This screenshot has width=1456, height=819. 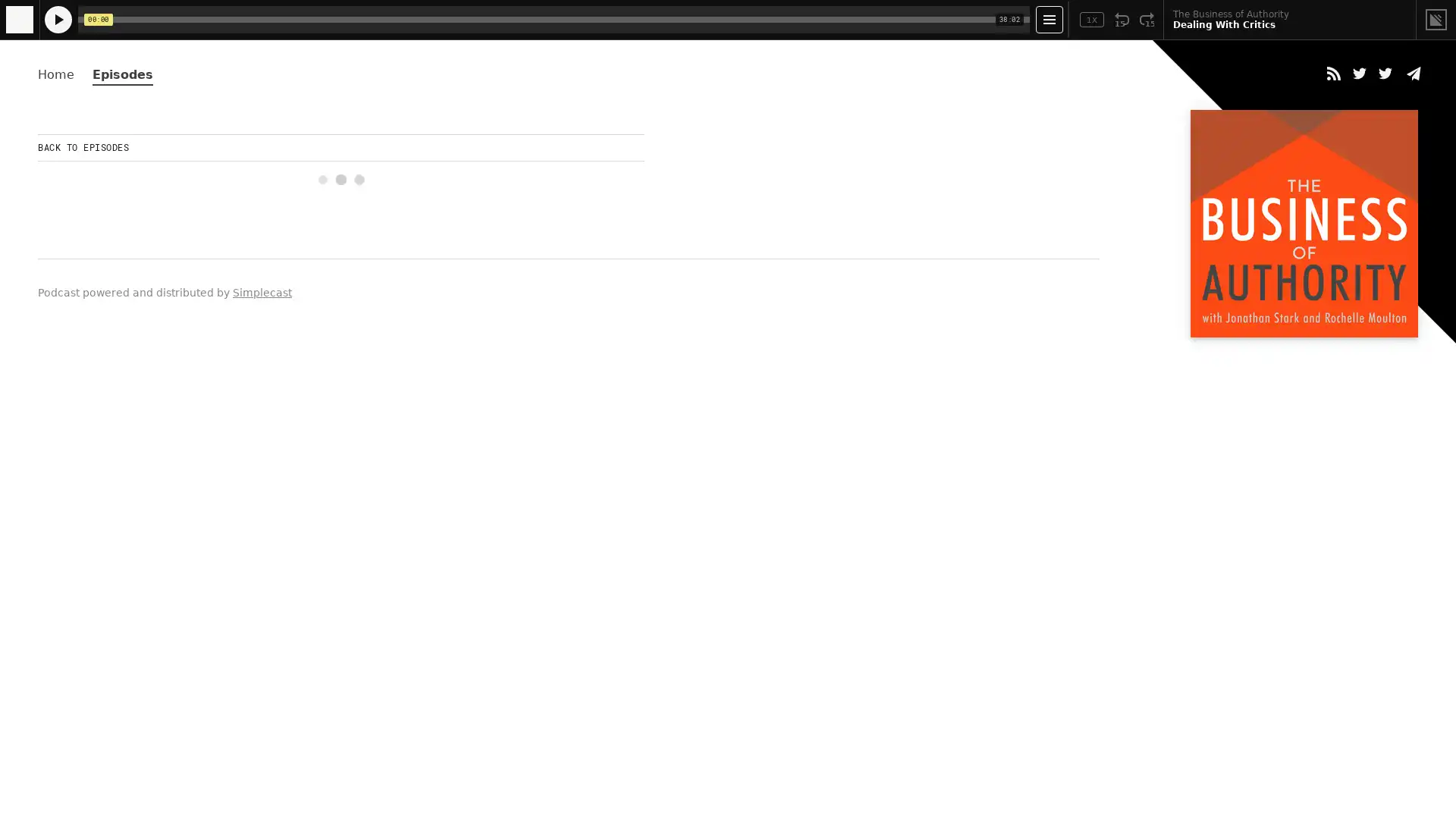 What do you see at coordinates (193, 203) in the screenshot?
I see `Play` at bounding box center [193, 203].